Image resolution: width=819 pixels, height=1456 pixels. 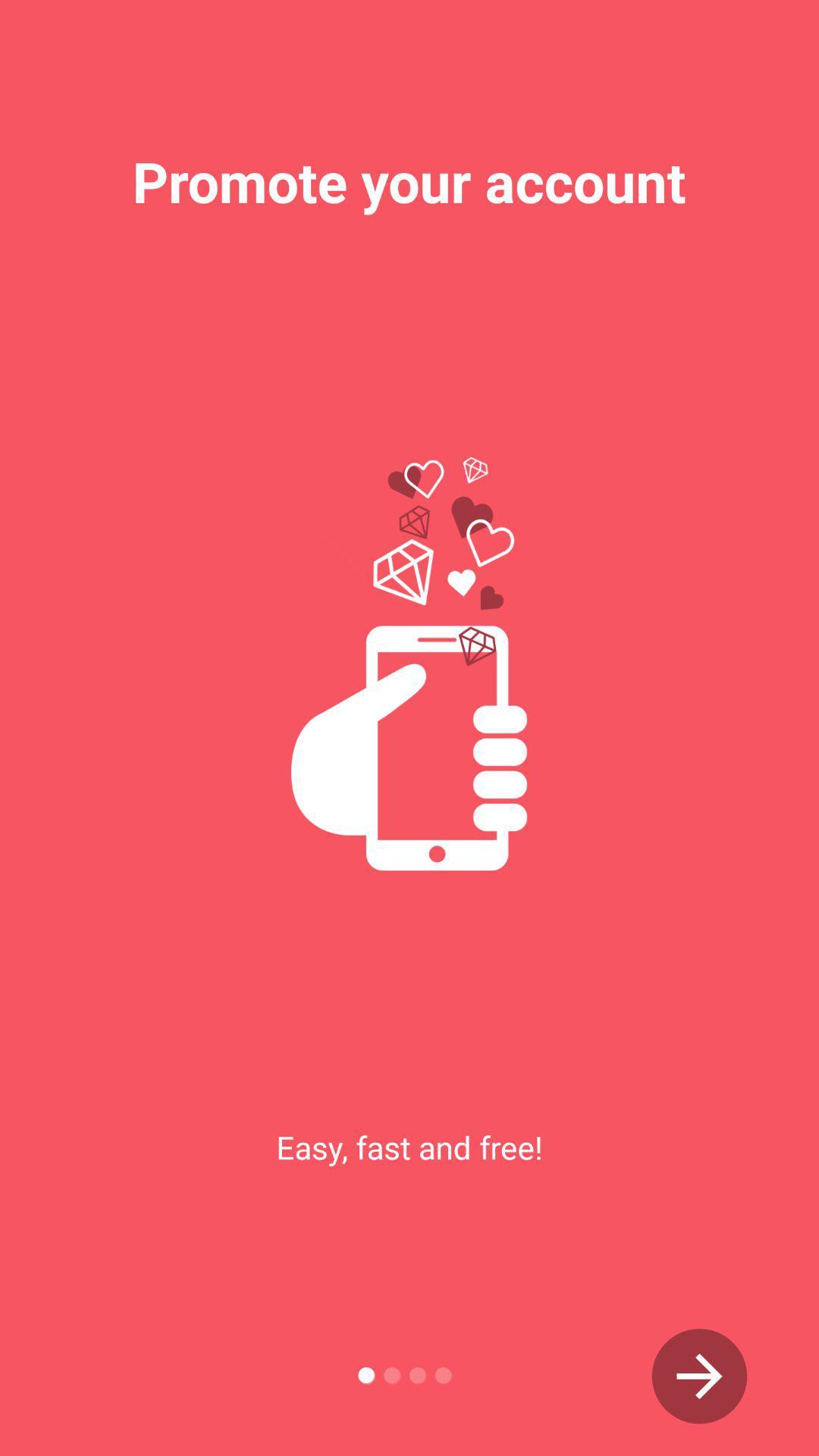 I want to click on next, so click(x=699, y=1376).